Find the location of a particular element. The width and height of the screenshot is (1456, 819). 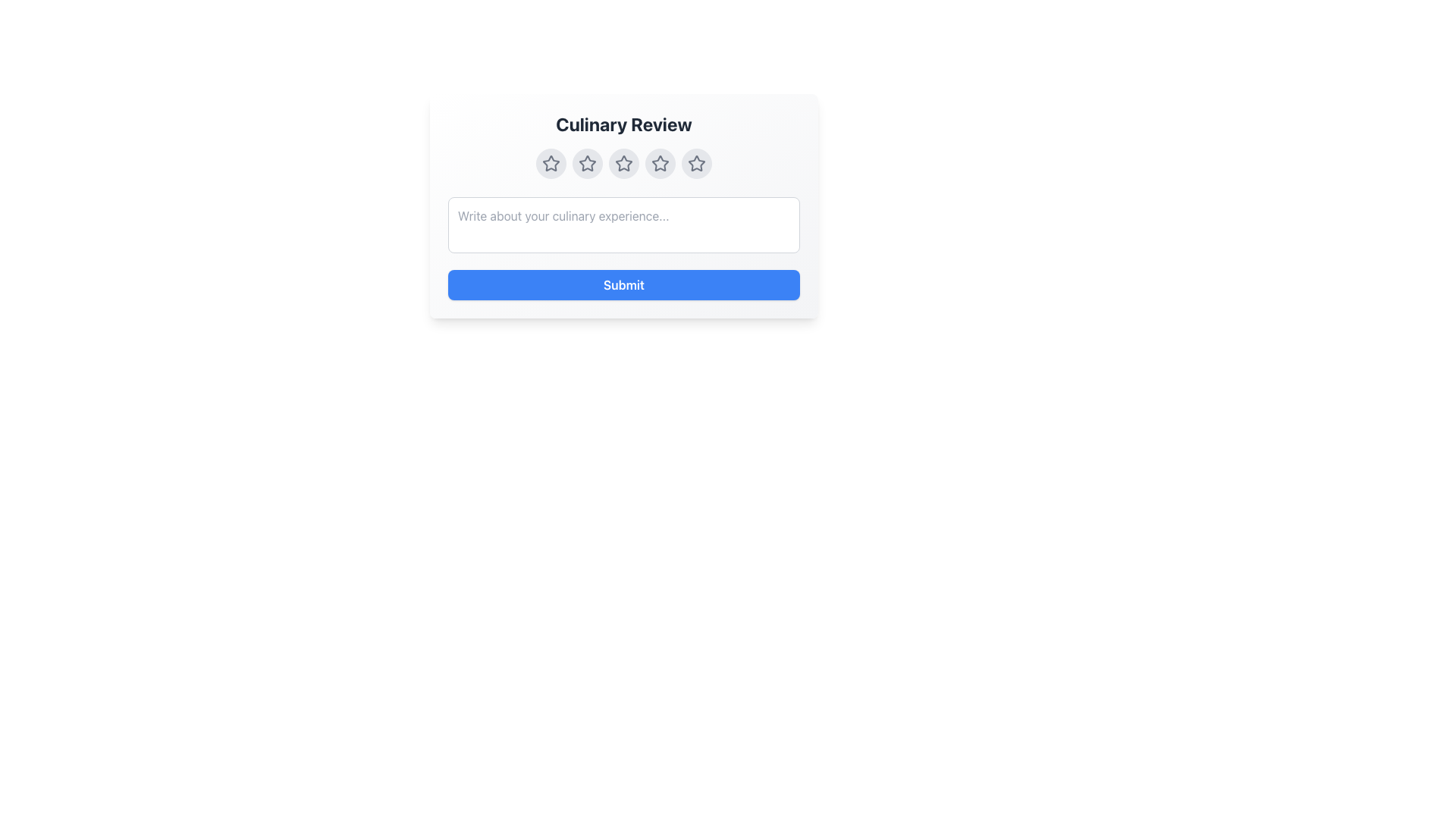

the fifth star icon in the rating system, which is located at the rightmost end of the star series above the culinary review text input field is located at coordinates (695, 163).